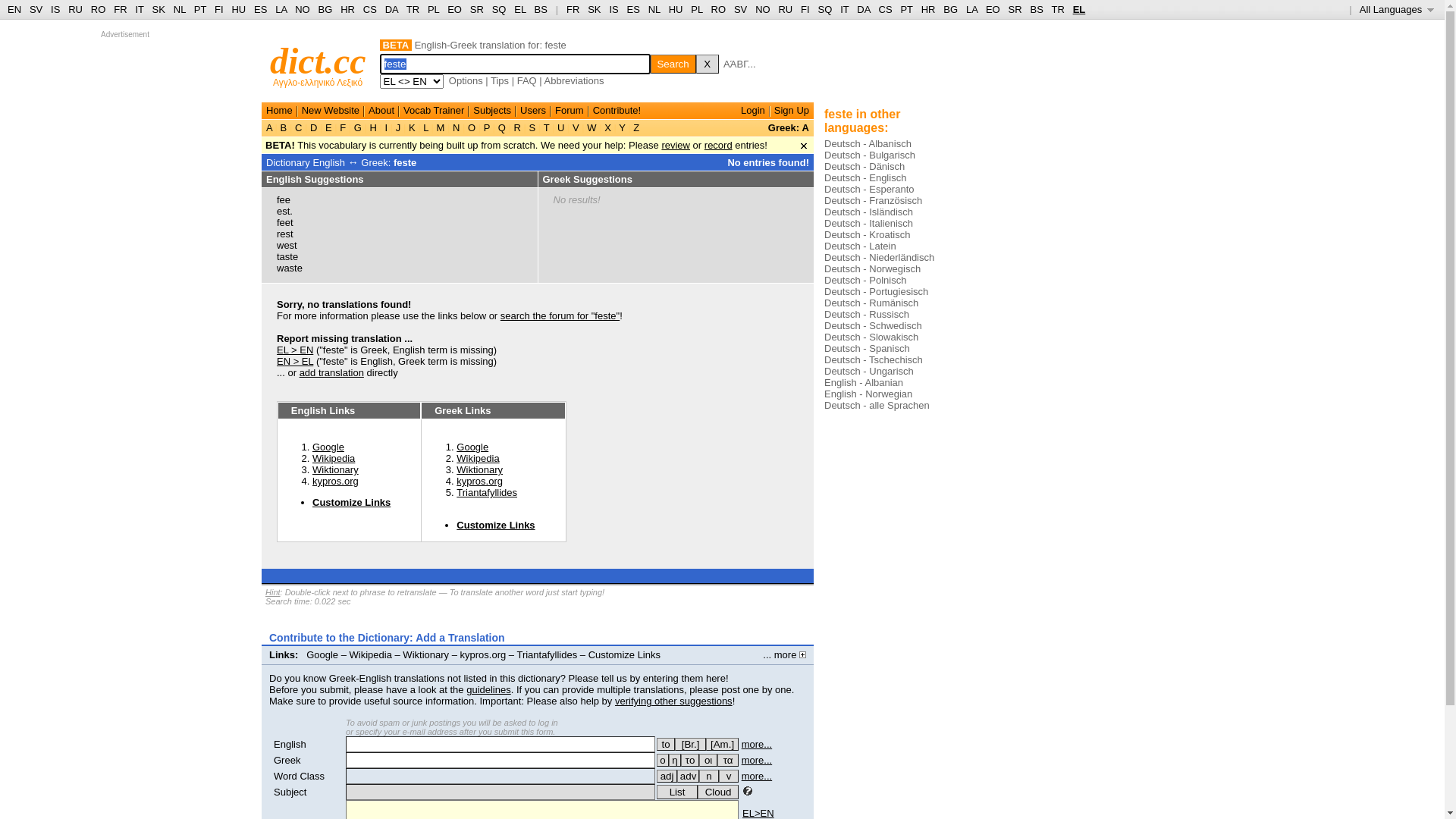 The image size is (1456, 819). What do you see at coordinates (277, 127) in the screenshot?
I see `'B'` at bounding box center [277, 127].